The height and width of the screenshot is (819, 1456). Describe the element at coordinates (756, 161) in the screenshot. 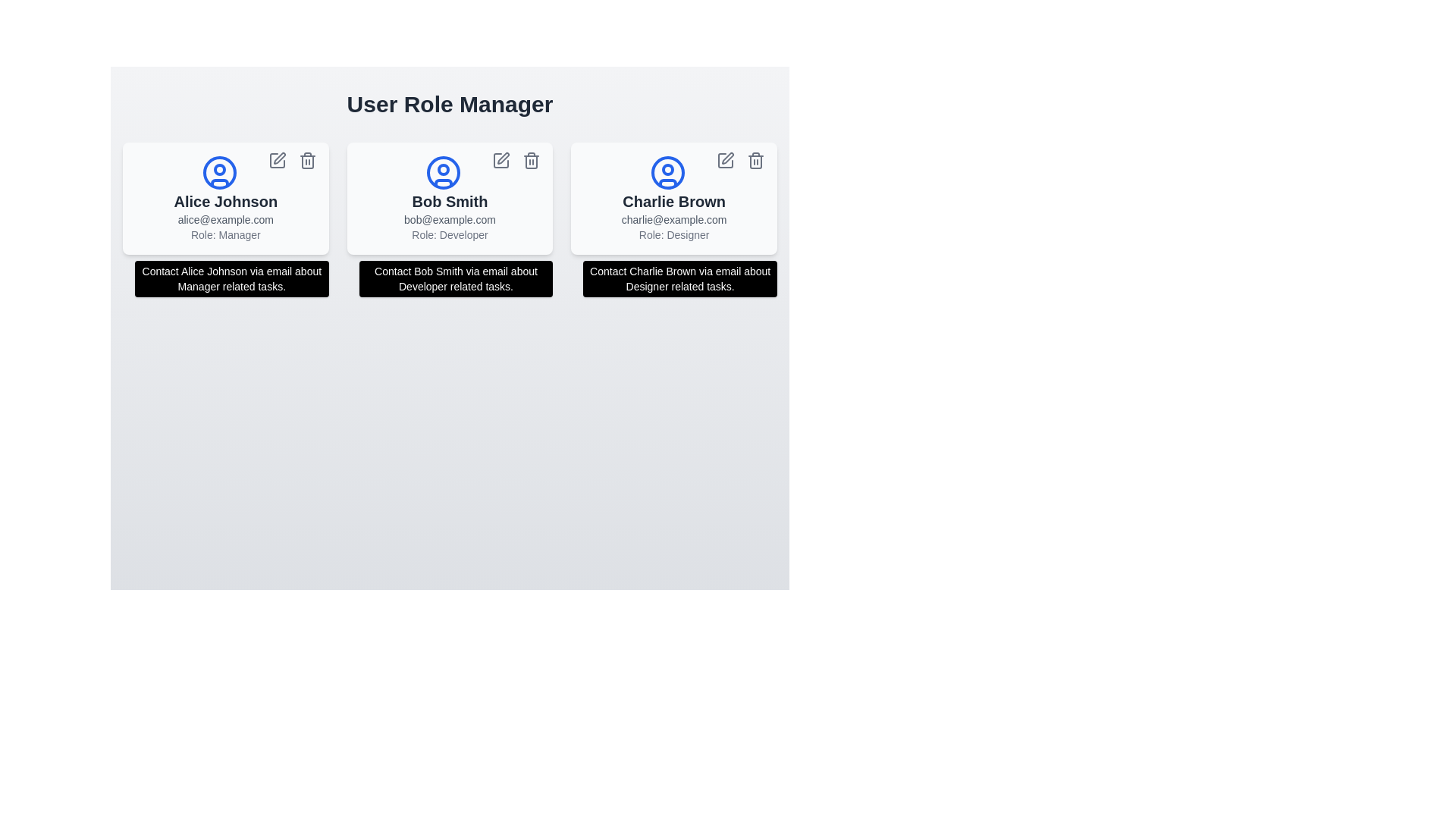

I see `the trash bin icon button located in the top-right corner of the card for 'Charlie Brown', the Designer` at that location.